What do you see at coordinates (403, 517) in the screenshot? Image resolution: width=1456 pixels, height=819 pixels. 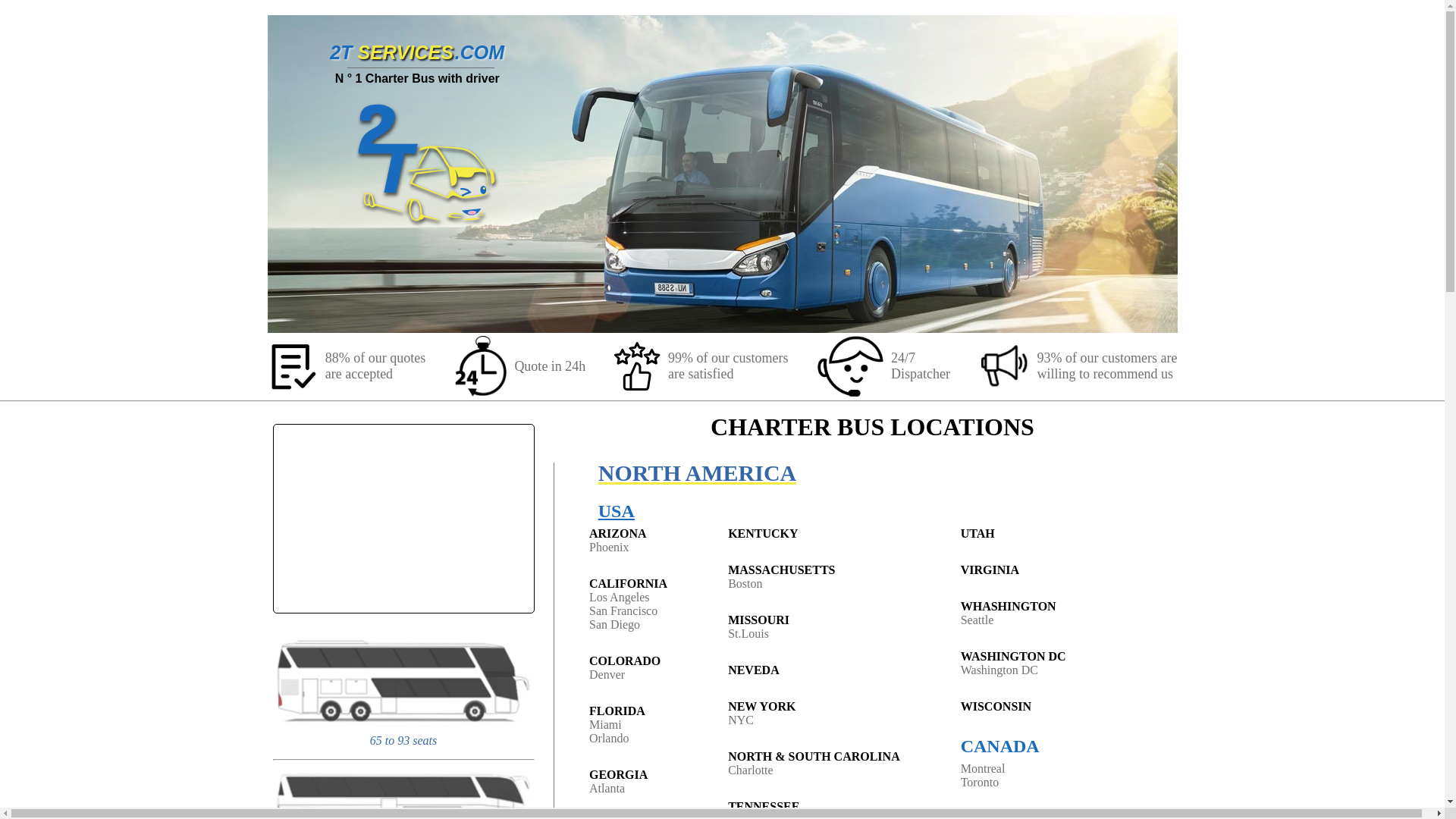 I see `'YouTube video'` at bounding box center [403, 517].